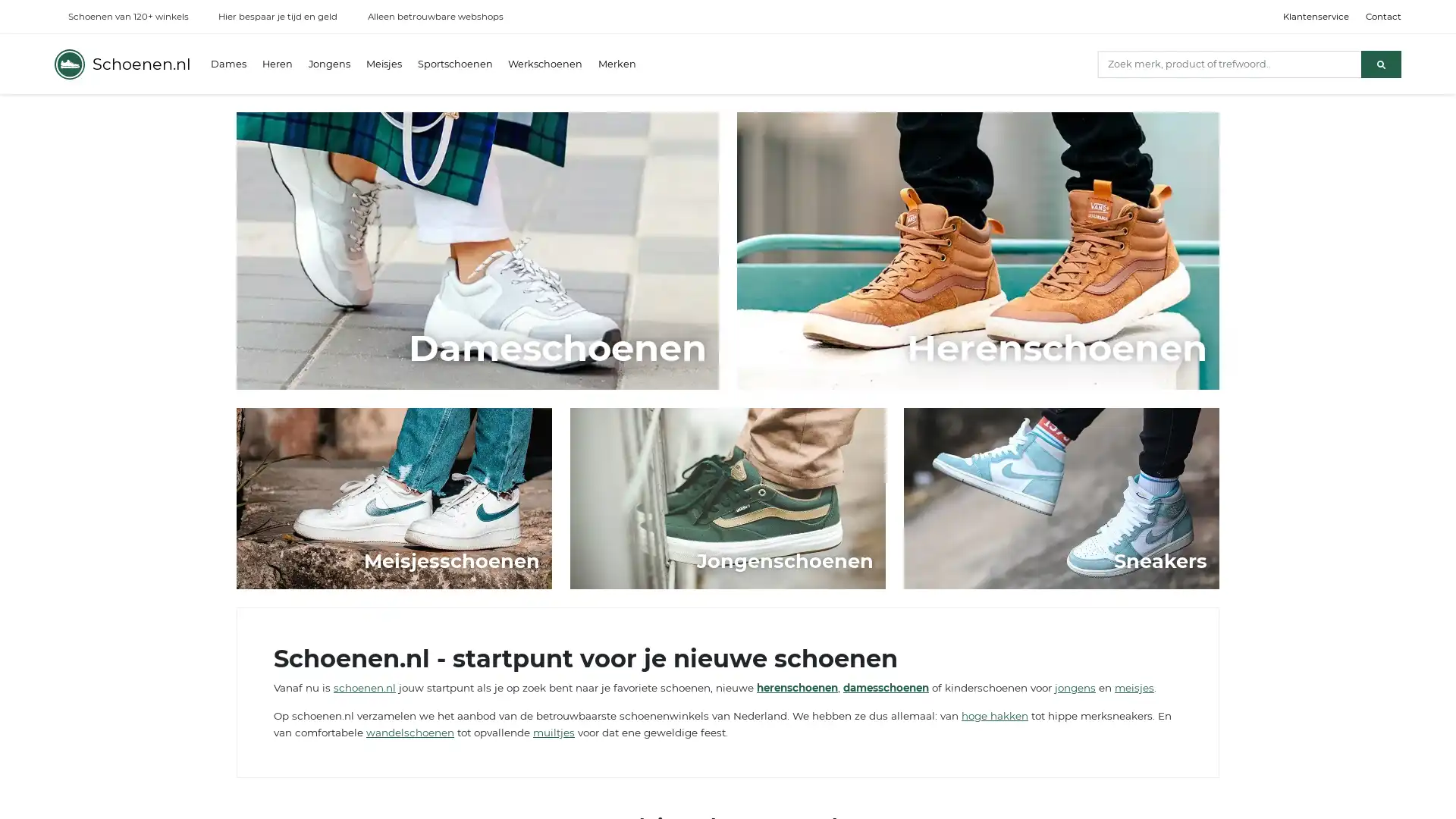 The width and height of the screenshot is (1456, 819). Describe the element at coordinates (1381, 63) in the screenshot. I see `Zoeken` at that location.